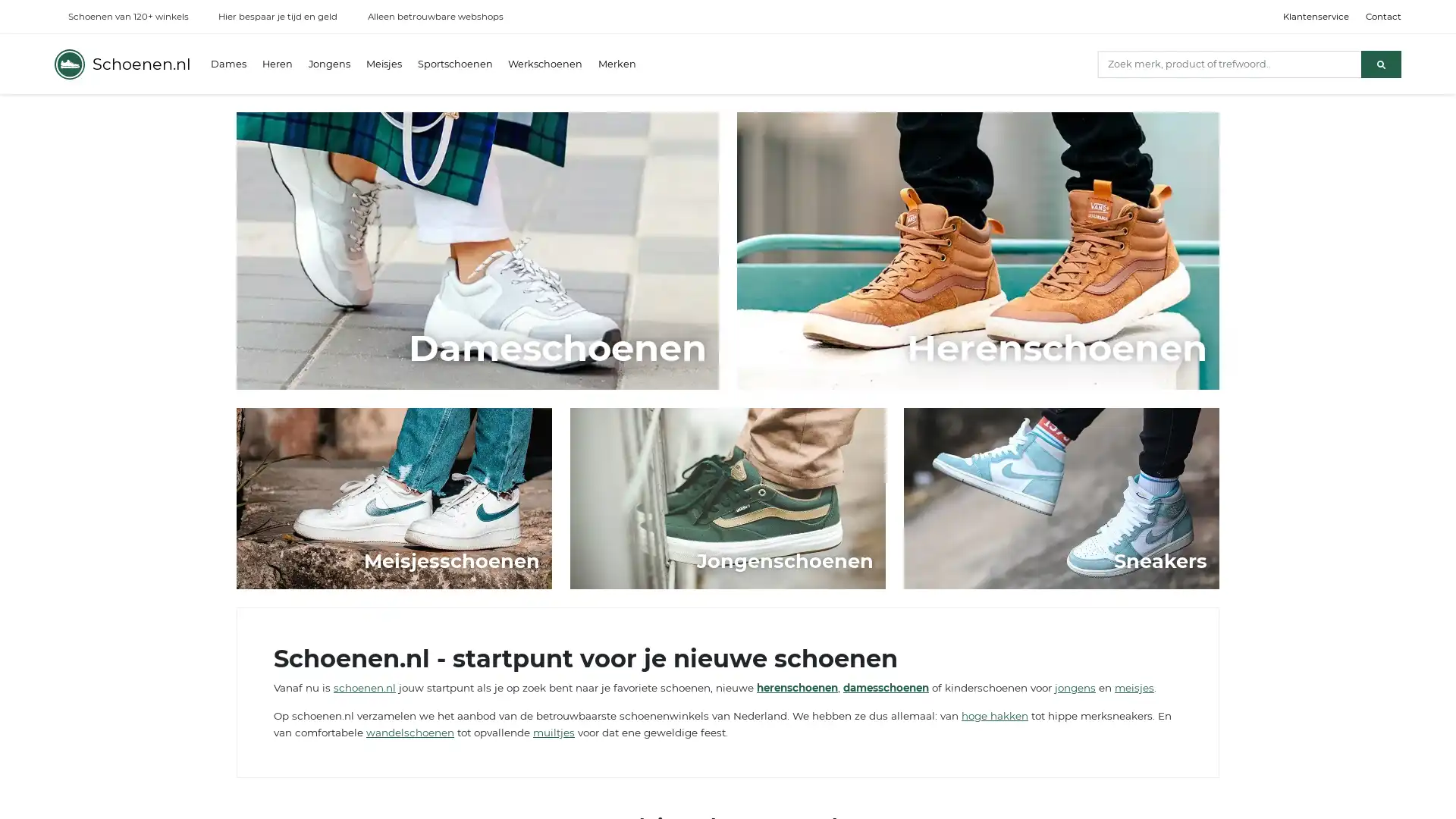 The width and height of the screenshot is (1456, 819). Describe the element at coordinates (1381, 63) in the screenshot. I see `Zoeken` at that location.